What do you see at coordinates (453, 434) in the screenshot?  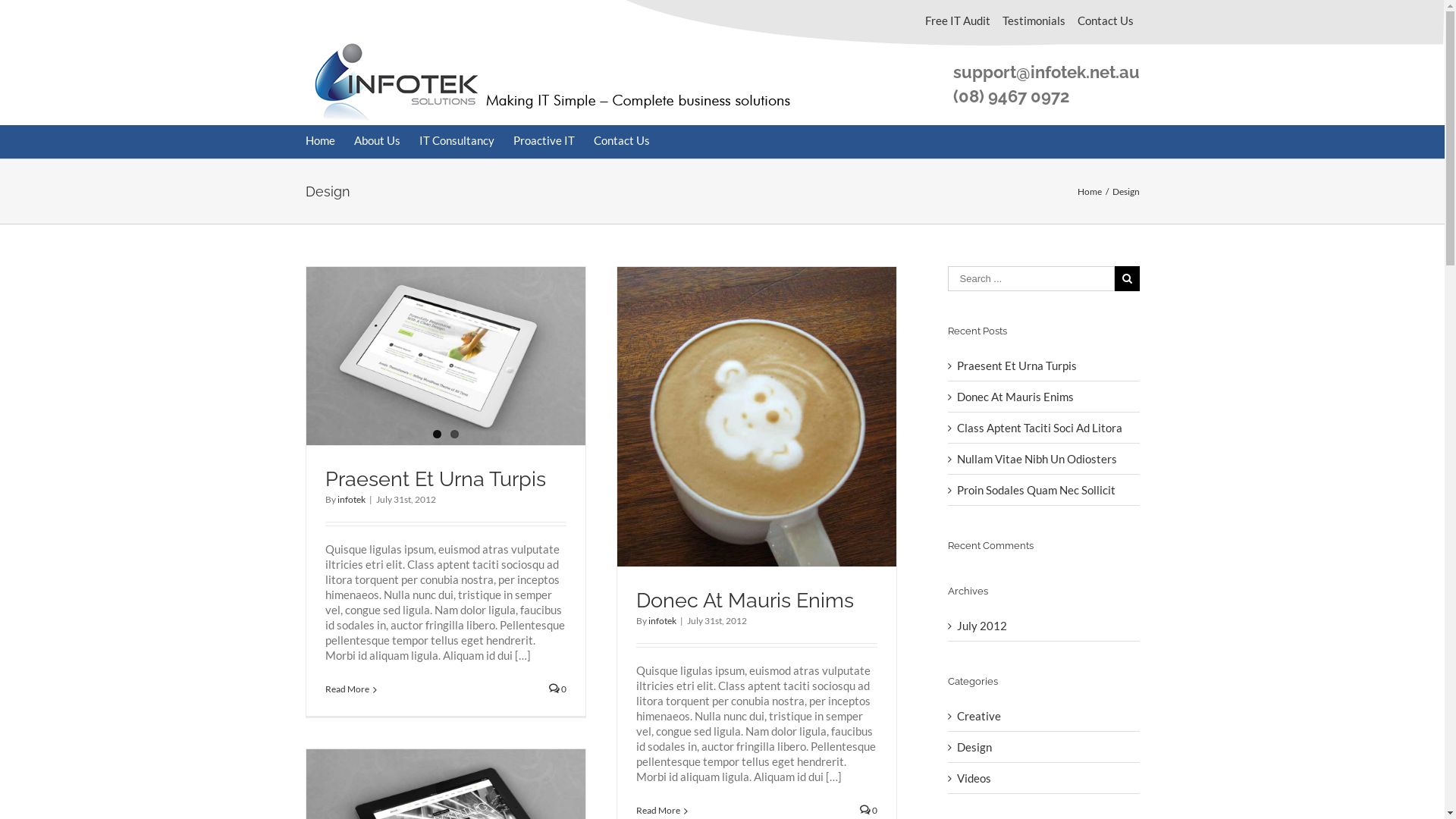 I see `'2'` at bounding box center [453, 434].